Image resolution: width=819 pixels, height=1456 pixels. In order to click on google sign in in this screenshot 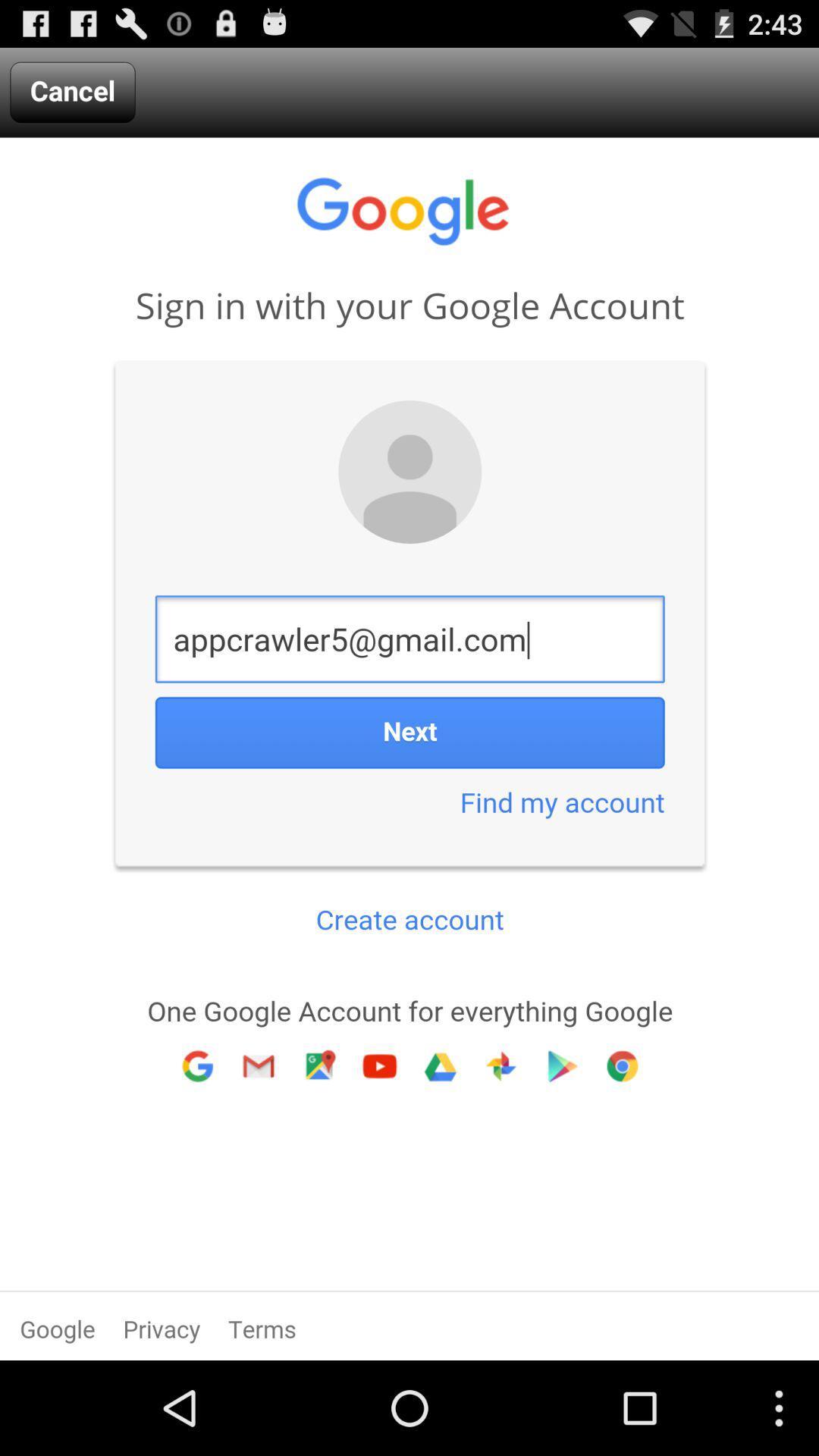, I will do `click(409, 748)`.